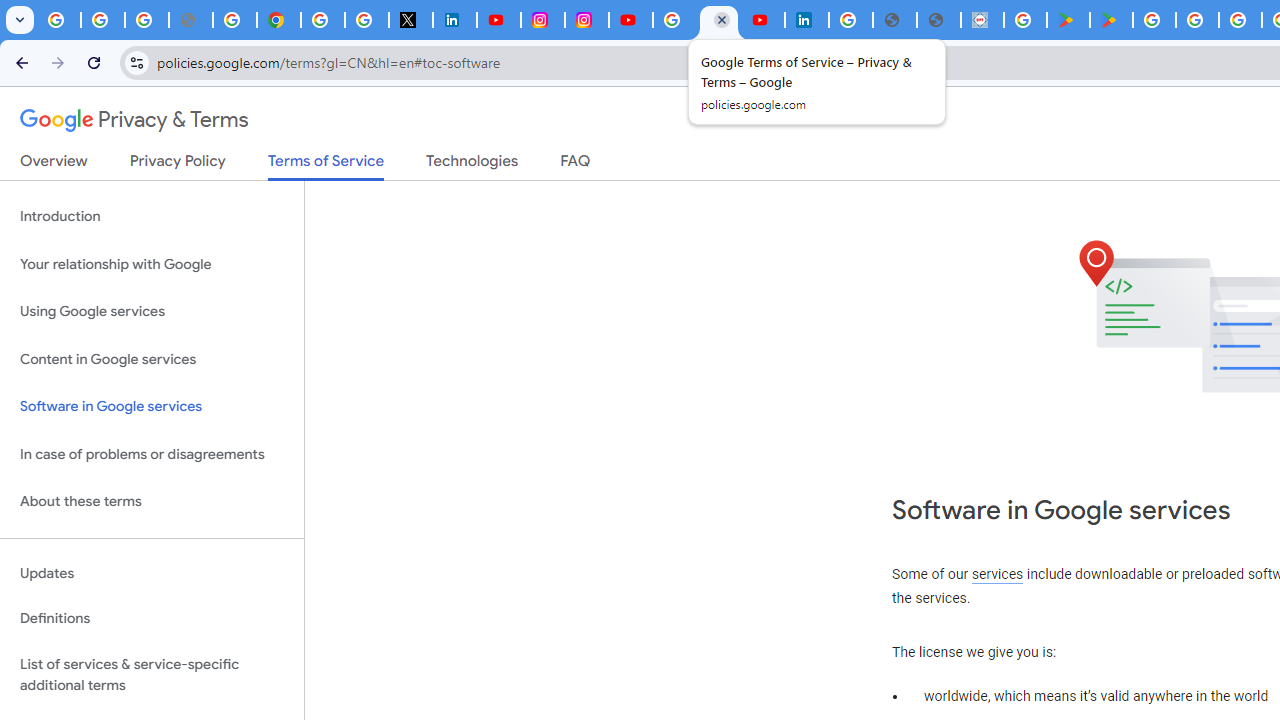  What do you see at coordinates (1067, 20) in the screenshot?
I see `'Android Apps on Google Play'` at bounding box center [1067, 20].